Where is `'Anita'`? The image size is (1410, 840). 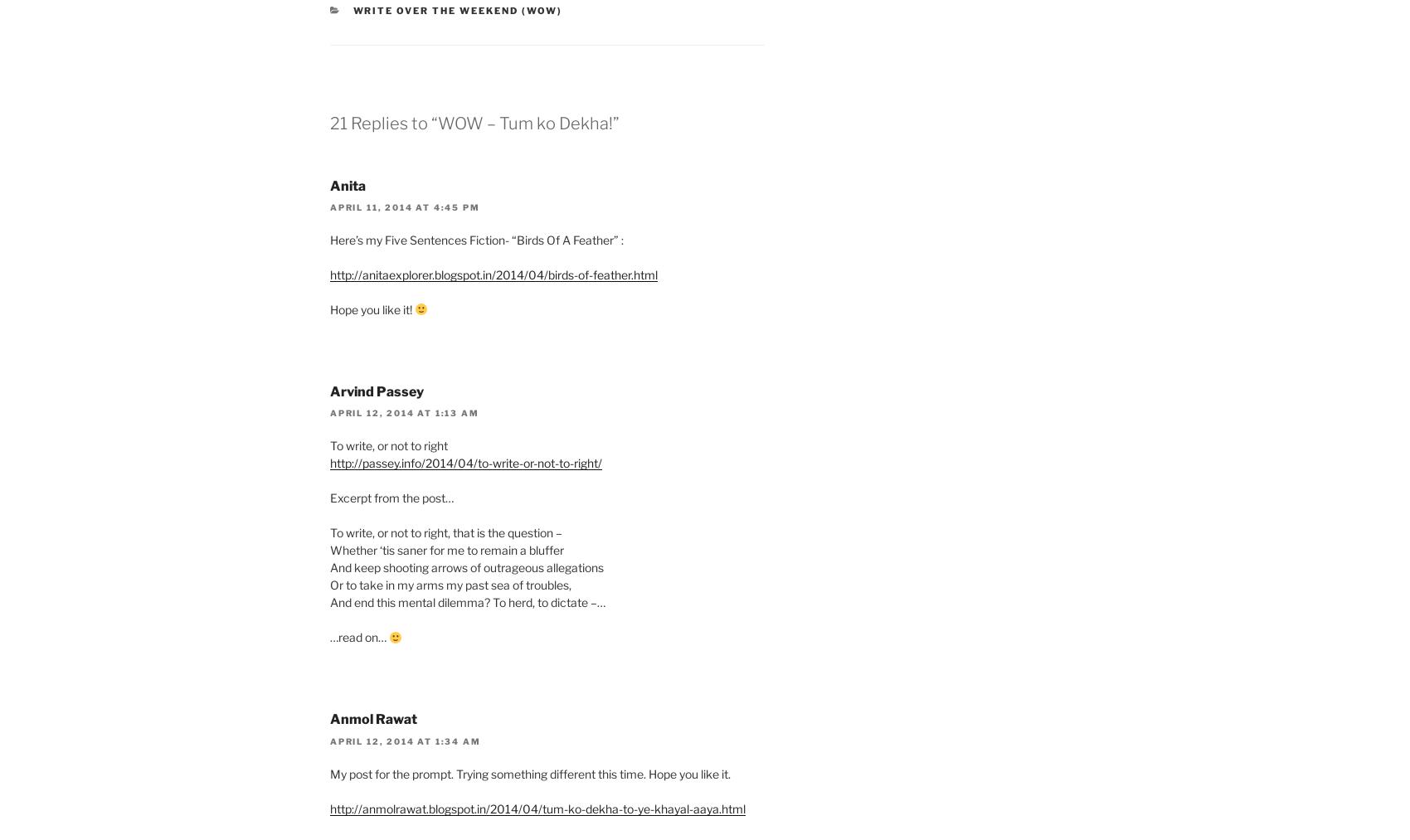 'Anita' is located at coordinates (347, 184).